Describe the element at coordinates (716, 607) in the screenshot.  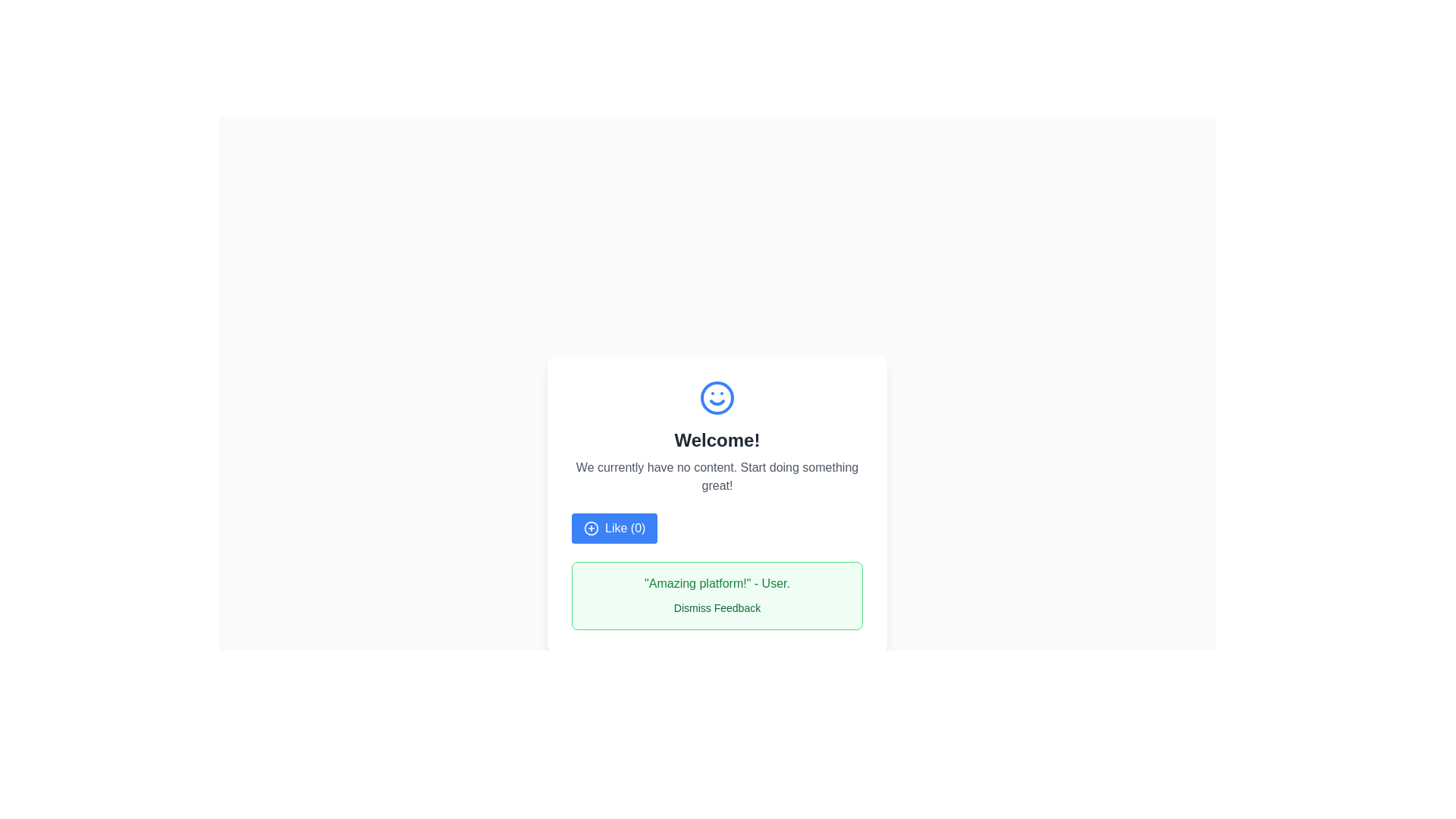
I see `the dismiss button located directly below the quote text of the feedback message` at that location.